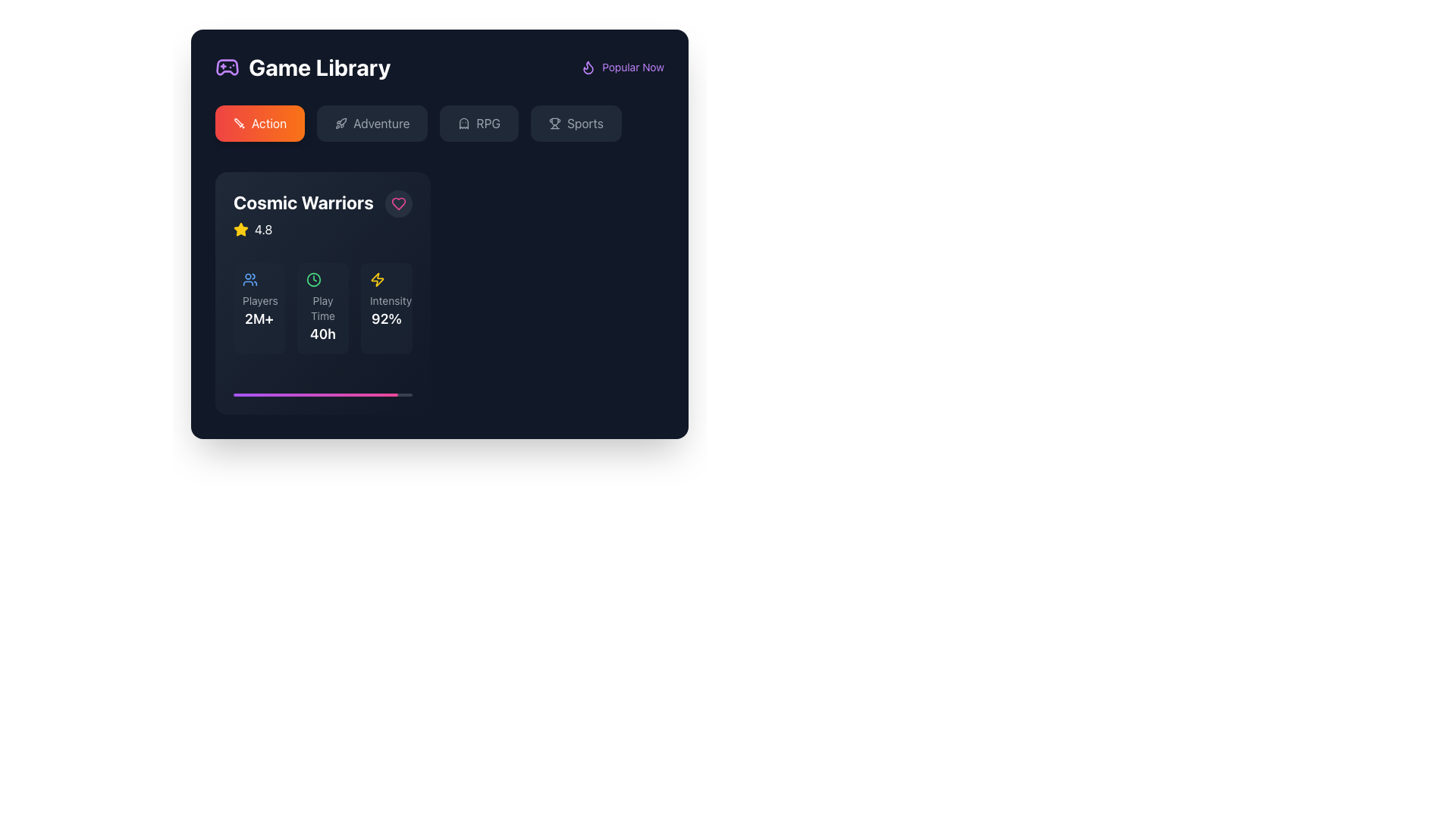 The width and height of the screenshot is (1456, 819). What do you see at coordinates (463, 122) in the screenshot?
I see `ghost icon representing the 'RPG' category in the gaming library, located next to the text label 'RPG'` at bounding box center [463, 122].